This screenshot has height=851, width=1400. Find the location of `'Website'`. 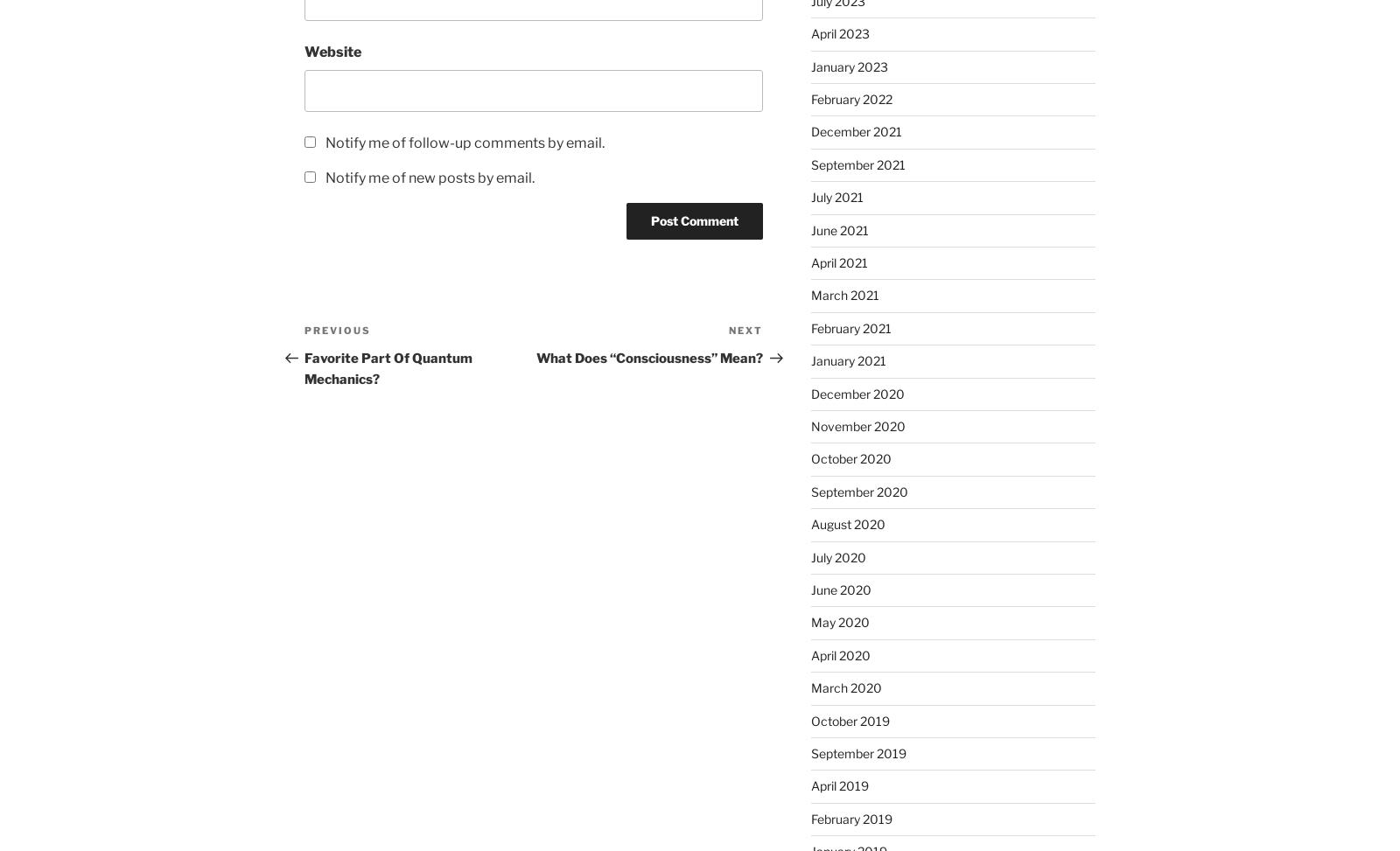

'Website' is located at coordinates (332, 52).